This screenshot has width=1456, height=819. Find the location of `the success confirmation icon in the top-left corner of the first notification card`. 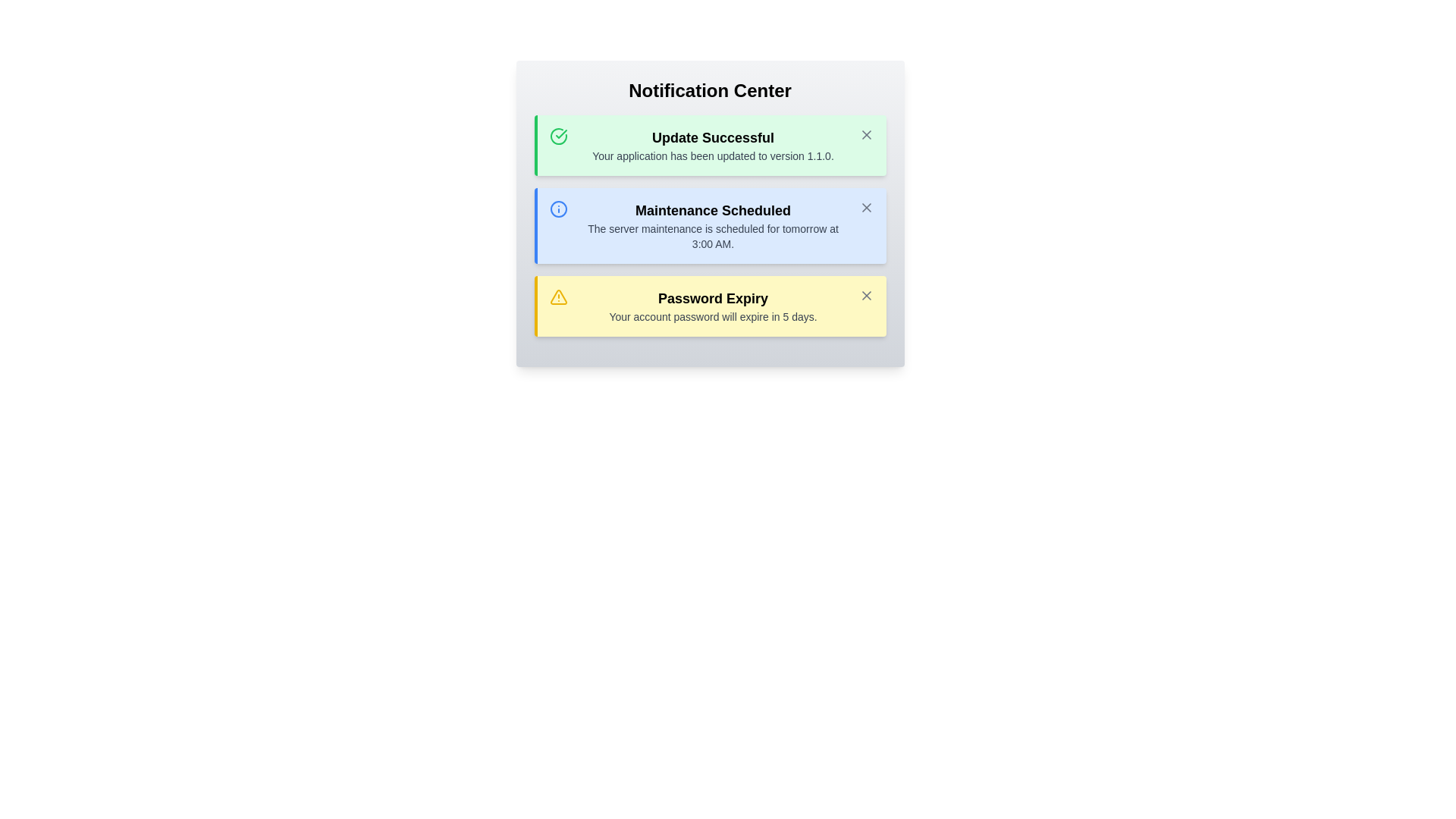

the success confirmation icon in the top-left corner of the first notification card is located at coordinates (560, 133).